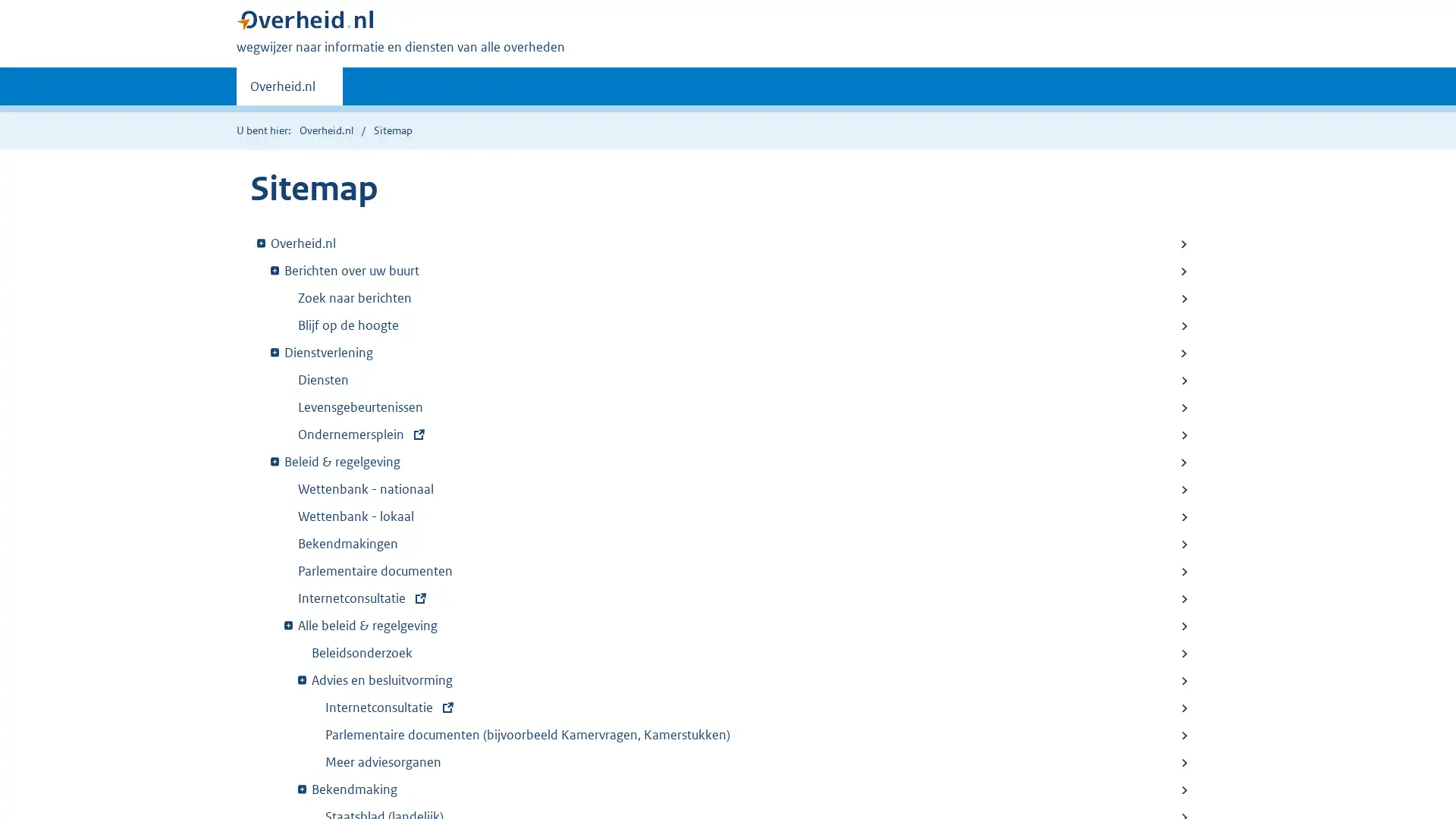 This screenshot has width=1456, height=819. Describe the element at coordinates (288, 624) in the screenshot. I see `Verberg onderliggende` at that location.